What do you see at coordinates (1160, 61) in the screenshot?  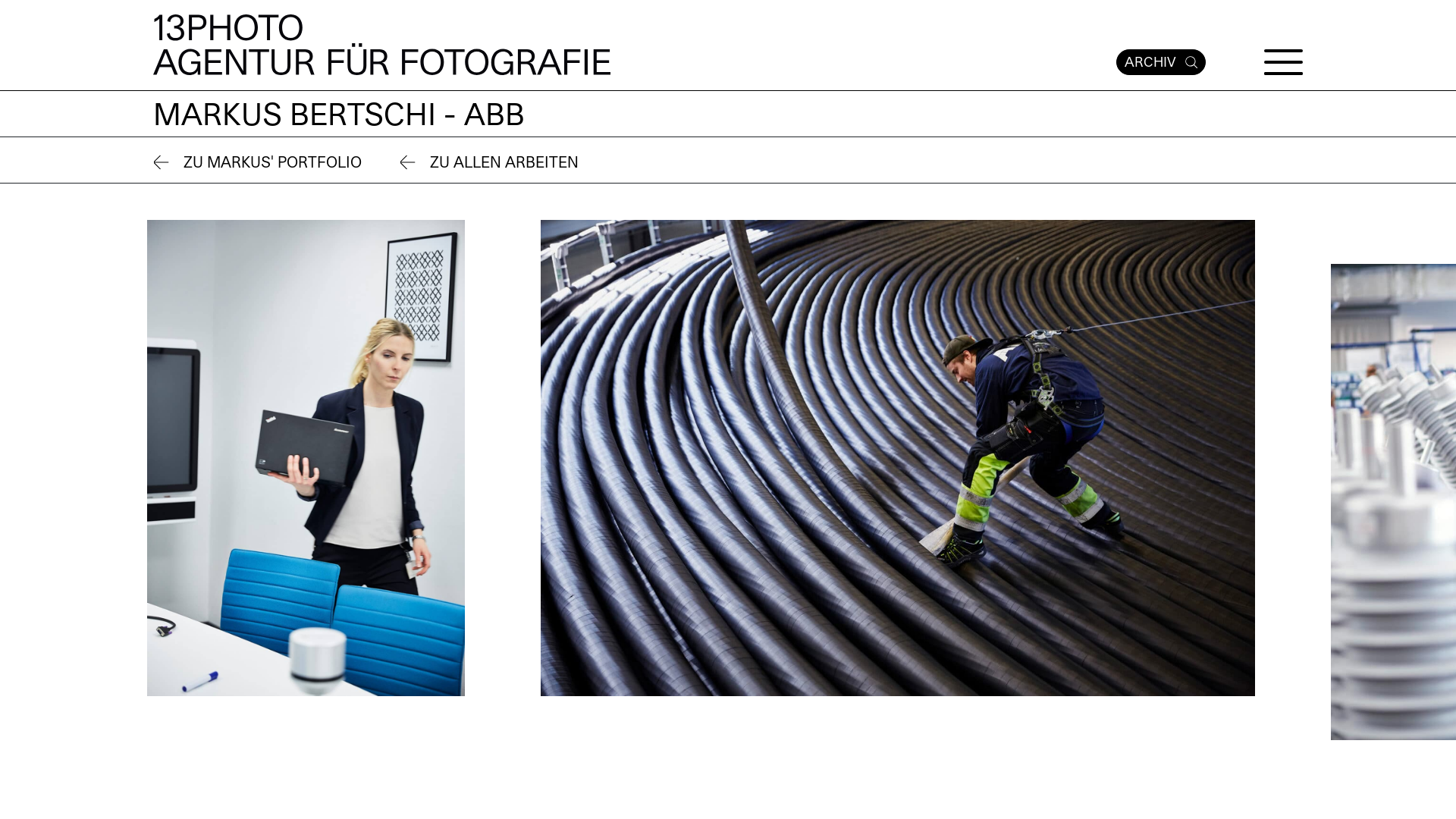 I see `'ARCHIV'` at bounding box center [1160, 61].